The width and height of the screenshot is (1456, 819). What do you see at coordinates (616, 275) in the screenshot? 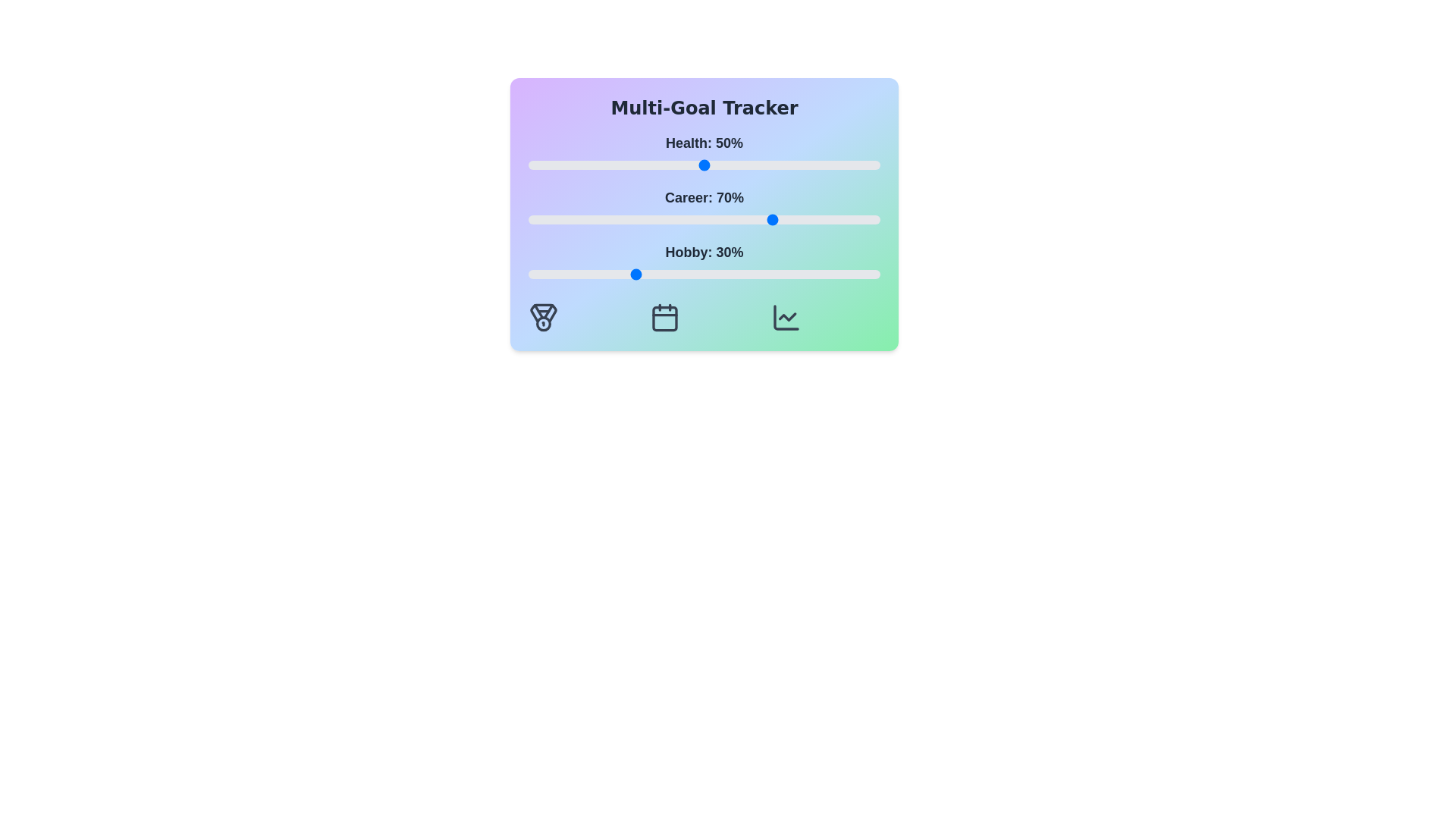
I see `the 'Hobby' slider to 25%` at bounding box center [616, 275].